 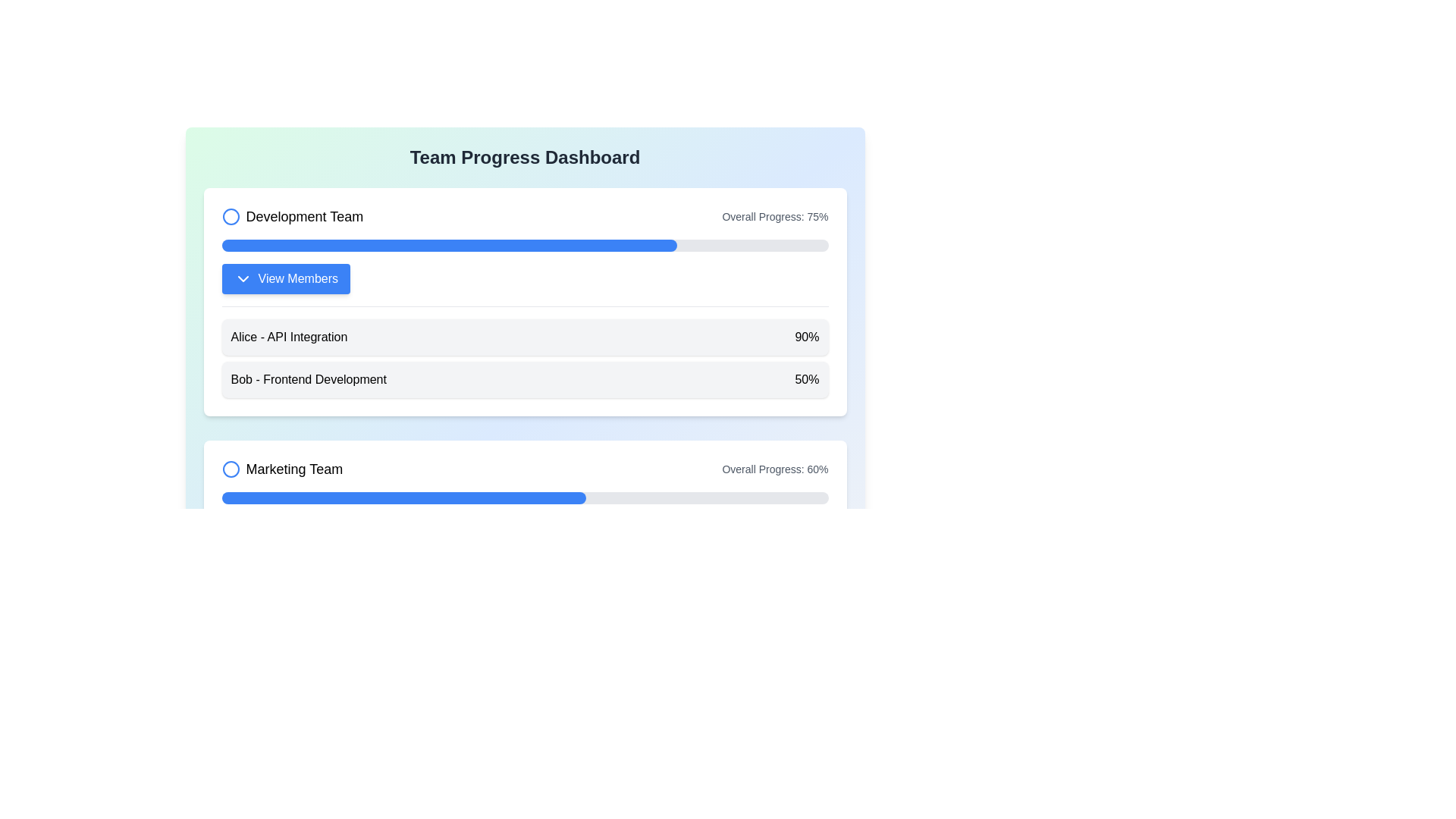 I want to click on text of the 'Development Team' label located above the progress bar on the dashboard, adjacent to a blue circular icon, so click(x=303, y=216).